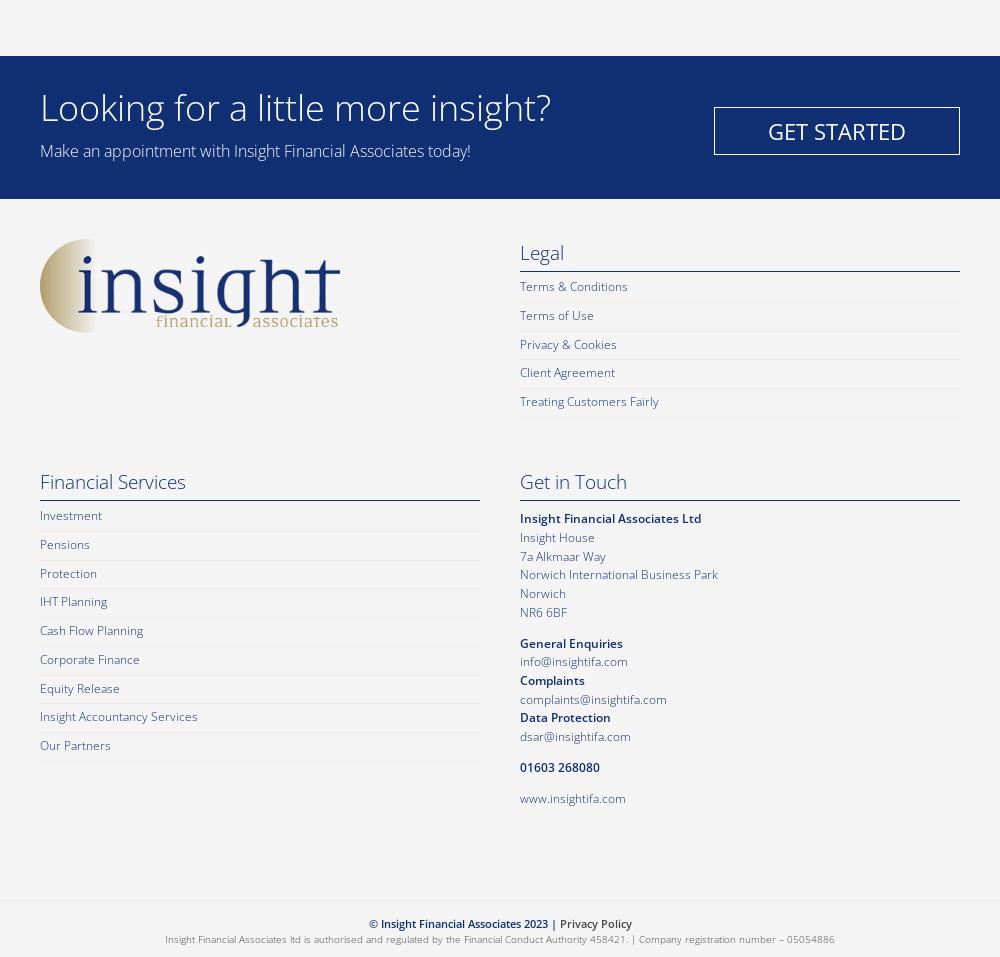  What do you see at coordinates (562, 555) in the screenshot?
I see `'7a Alkmaar Way'` at bounding box center [562, 555].